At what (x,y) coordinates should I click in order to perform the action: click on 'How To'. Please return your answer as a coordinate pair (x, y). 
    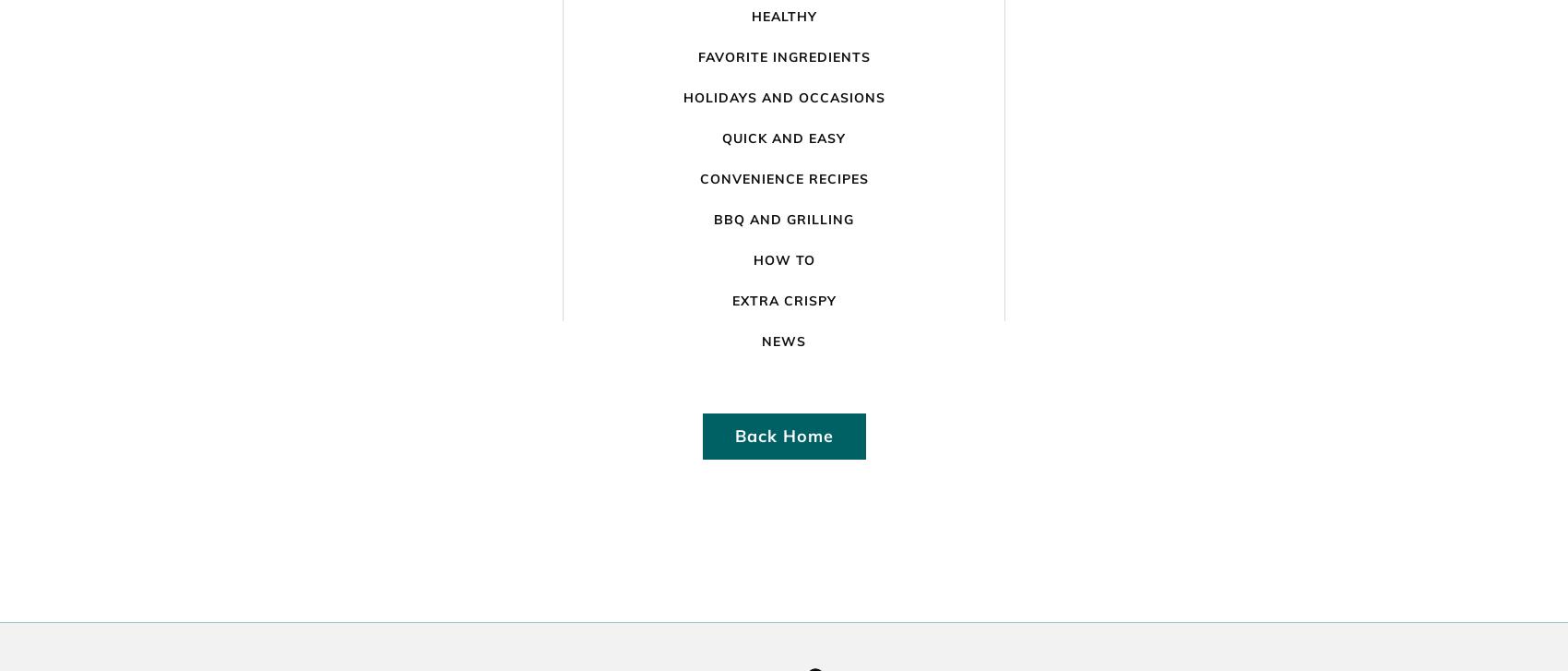
    Looking at the image, I should click on (782, 260).